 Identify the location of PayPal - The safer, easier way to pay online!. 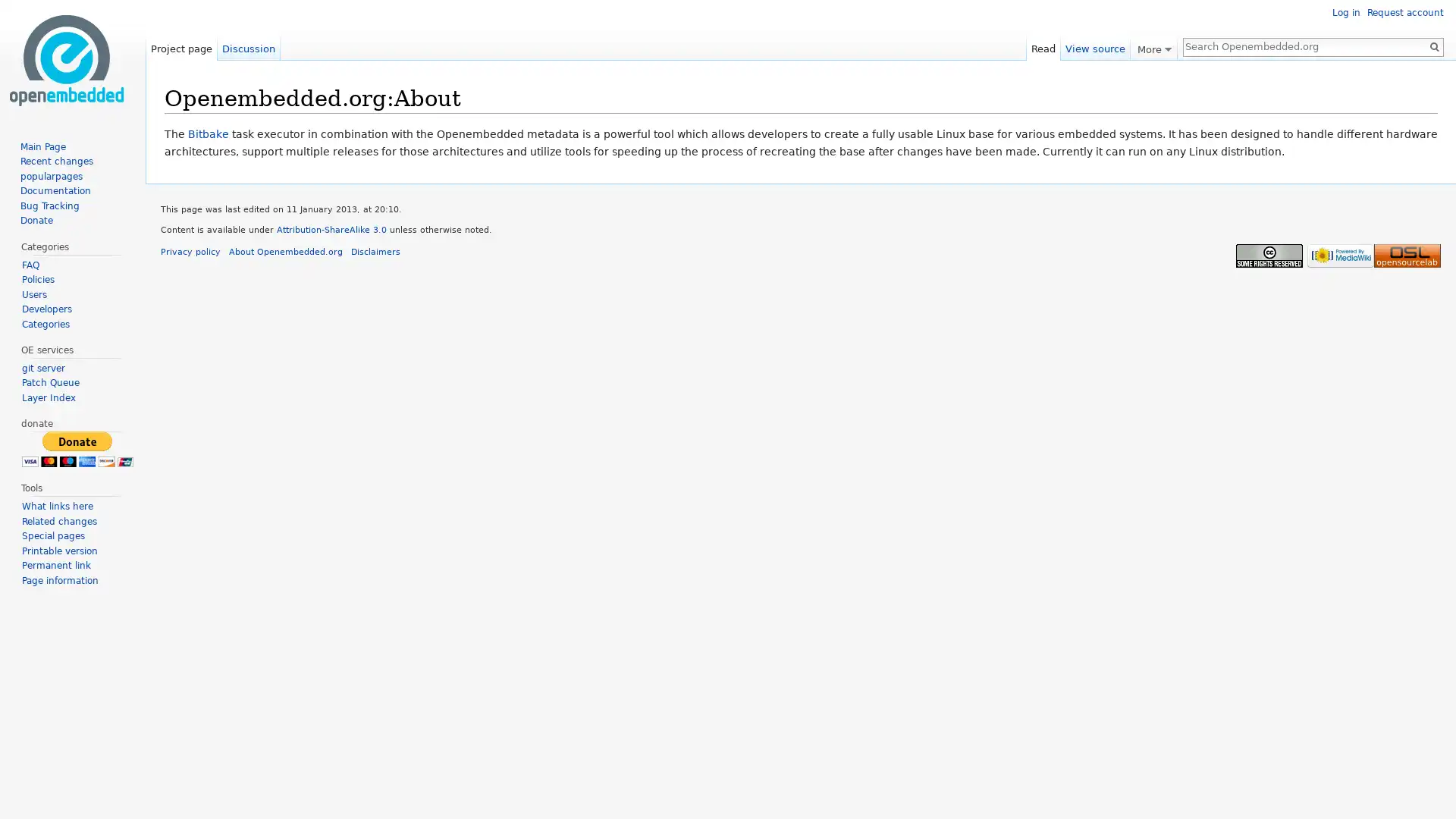
(76, 448).